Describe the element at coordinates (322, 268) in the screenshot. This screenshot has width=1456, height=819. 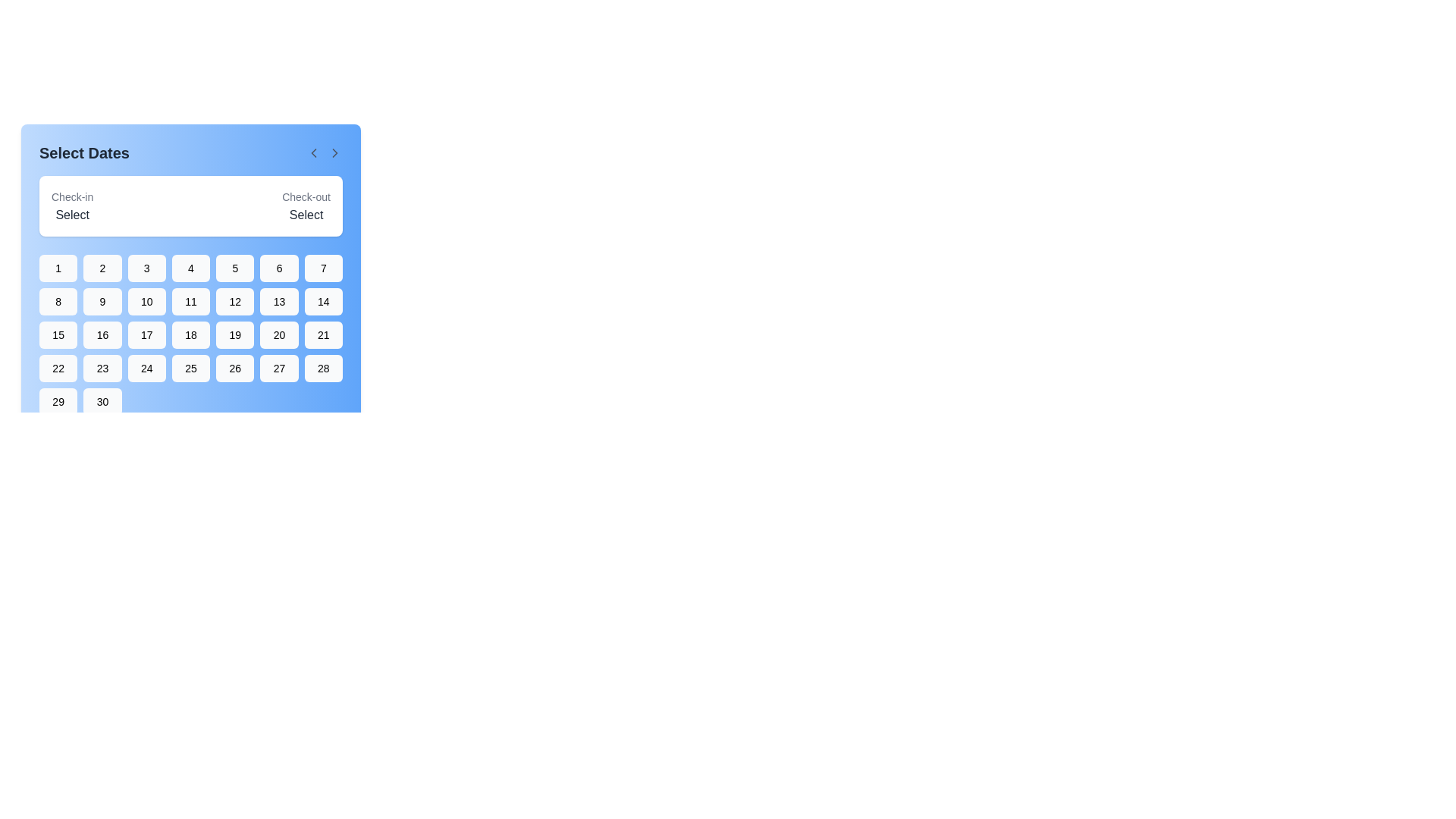
I see `the square button with rounded corners displaying the number '7' in bold black text, located at the top right of the grid layout` at that location.